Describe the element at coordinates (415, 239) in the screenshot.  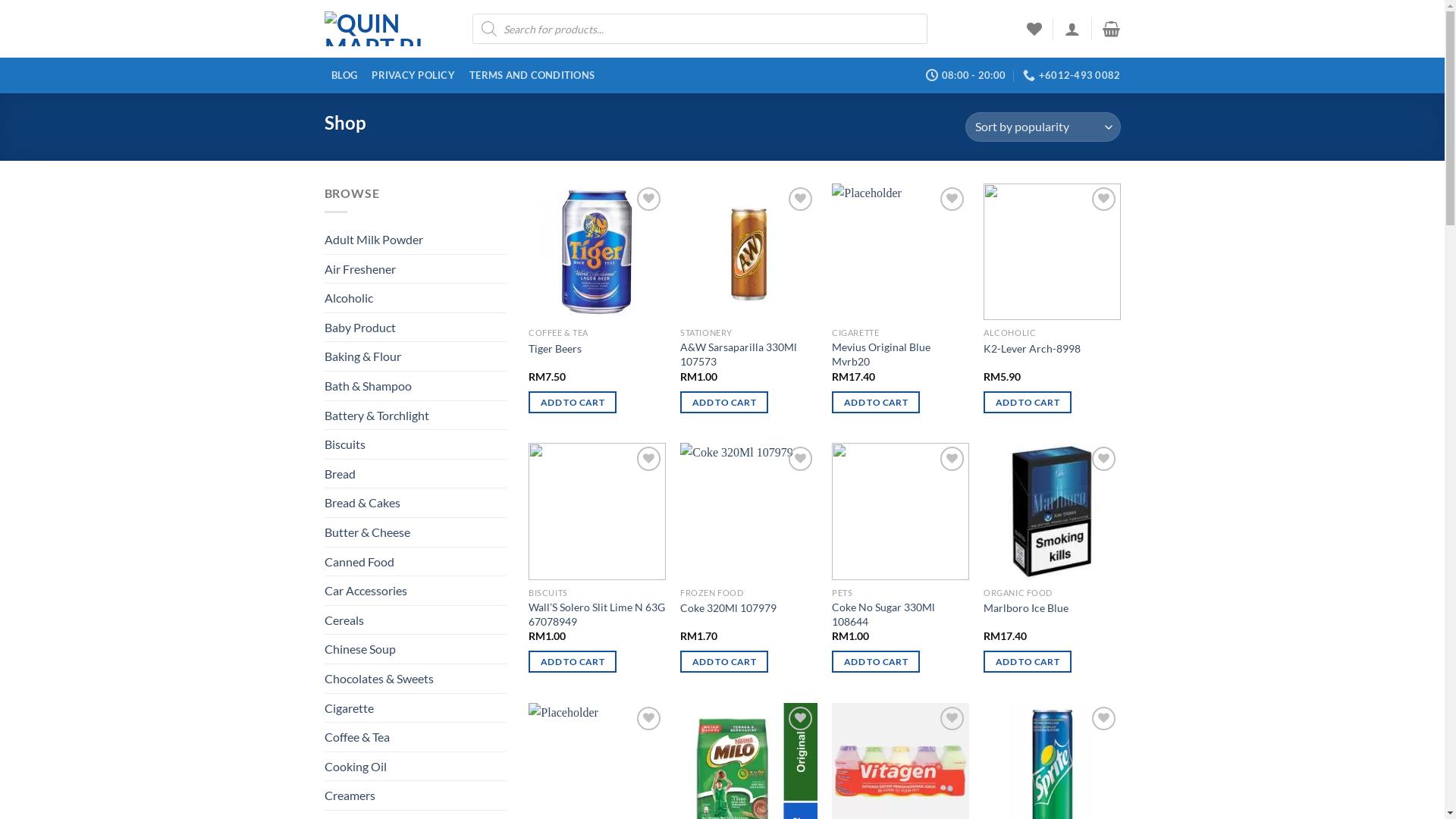
I see `'Adult Milk Powder'` at that location.